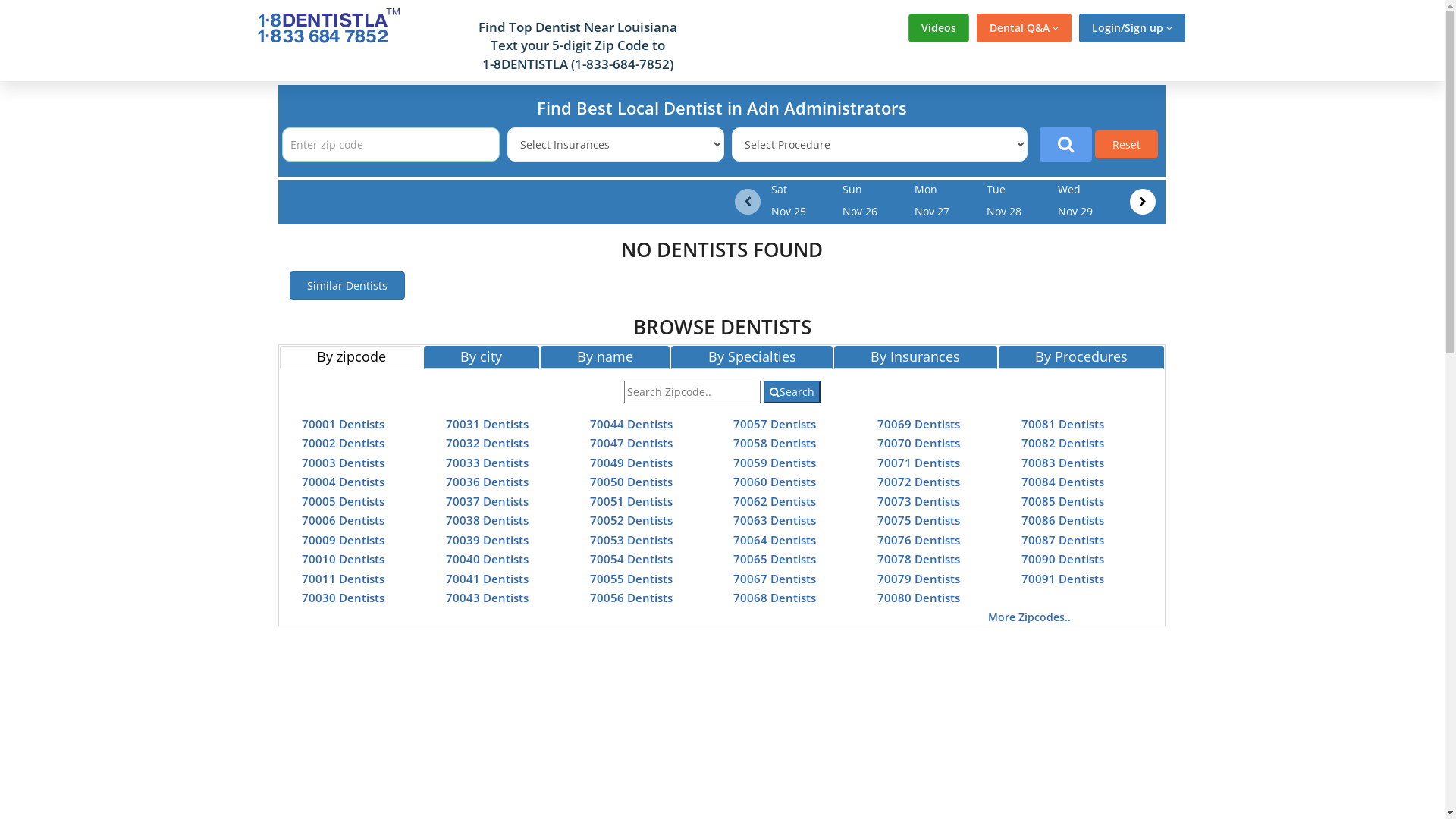 This screenshot has width=1456, height=819. What do you see at coordinates (1021, 500) in the screenshot?
I see `'70085 Dentists'` at bounding box center [1021, 500].